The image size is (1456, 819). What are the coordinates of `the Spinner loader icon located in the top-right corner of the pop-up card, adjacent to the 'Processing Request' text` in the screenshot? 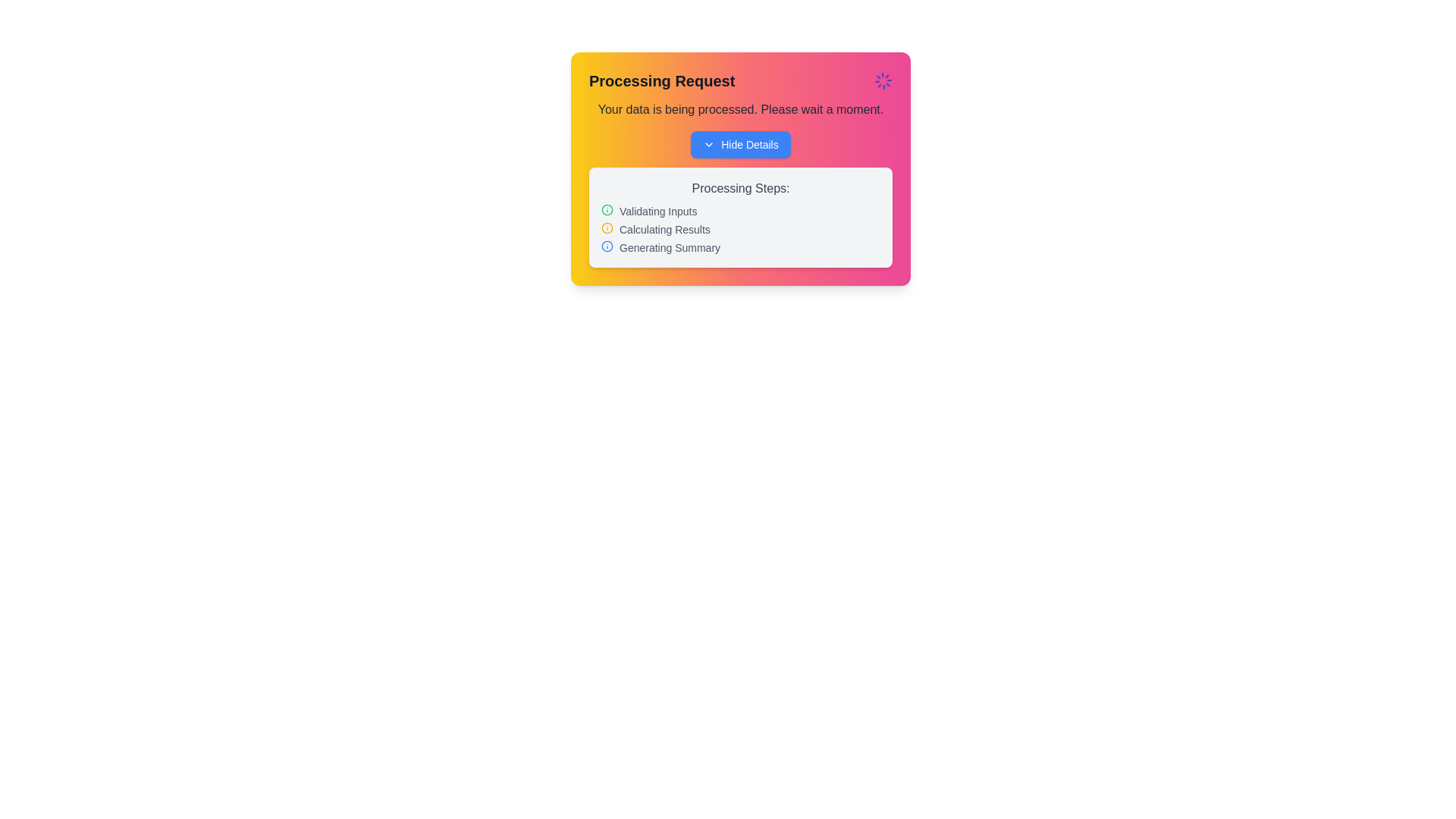 It's located at (883, 81).